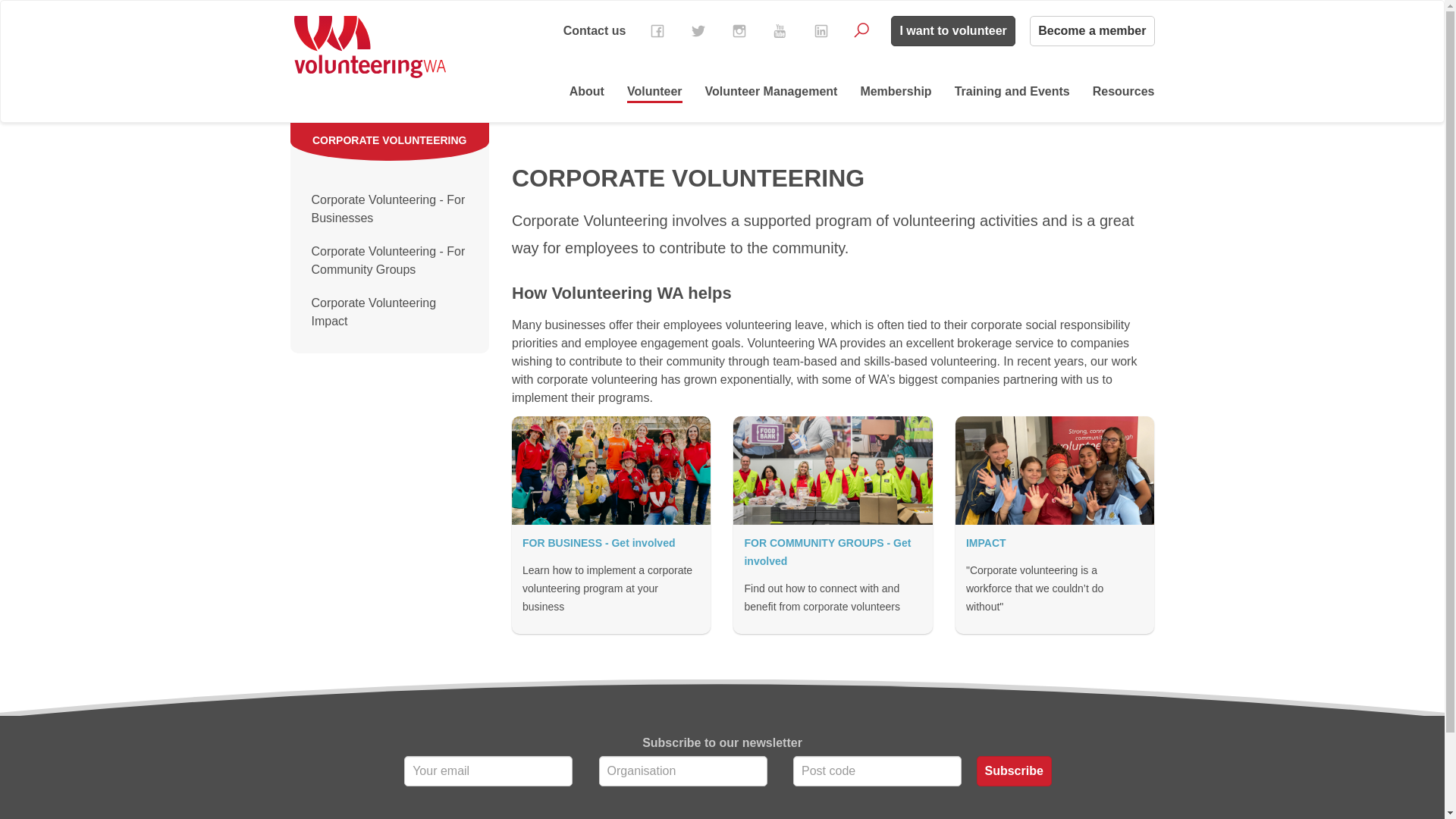 This screenshot has height=819, width=1456. What do you see at coordinates (843, 30) in the screenshot?
I see `'Search'` at bounding box center [843, 30].